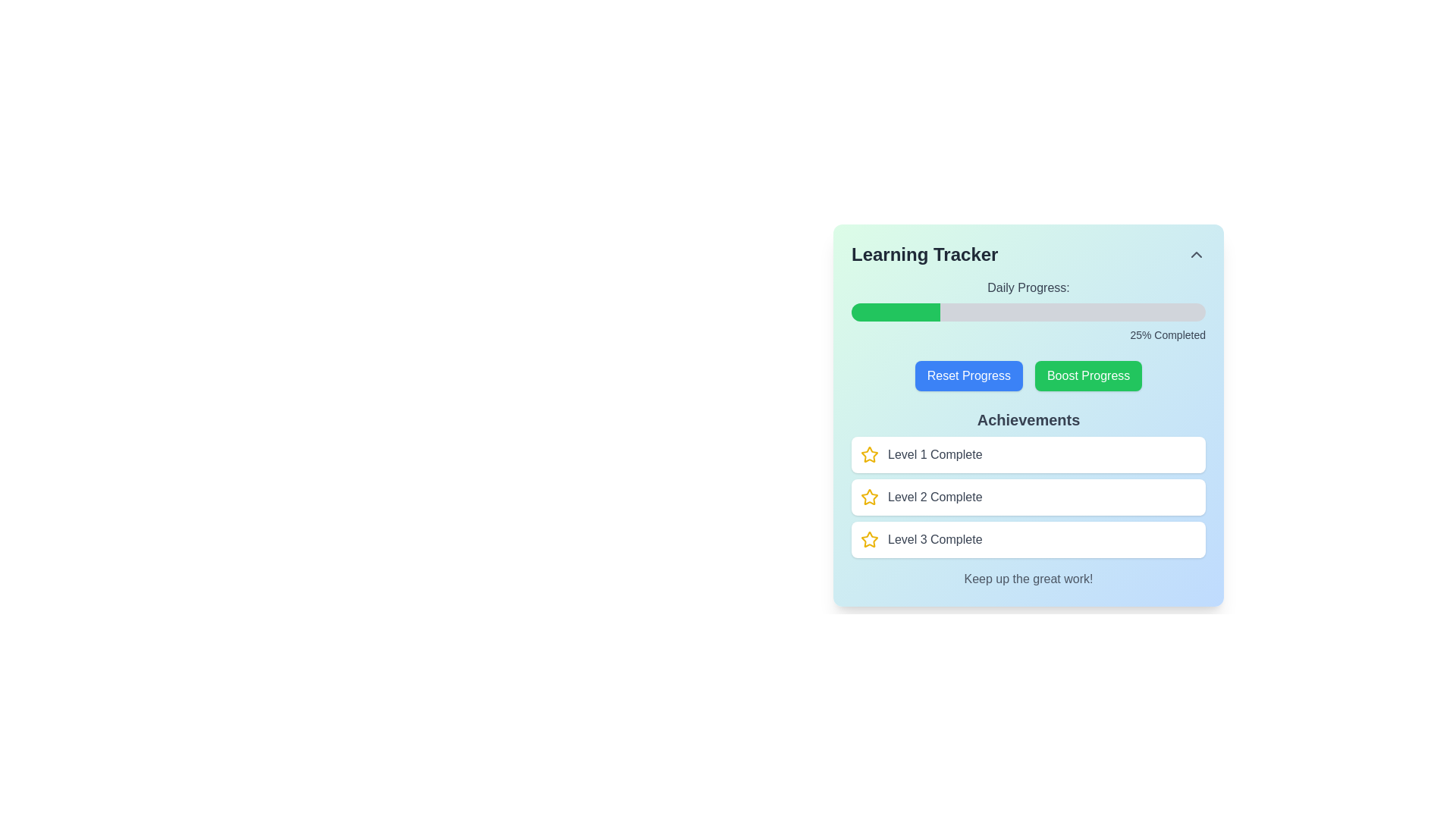  I want to click on the leftmost button below the 'Daily Progress' progress bar in the 'Learning Tracker' panel to reset progress, so click(968, 375).